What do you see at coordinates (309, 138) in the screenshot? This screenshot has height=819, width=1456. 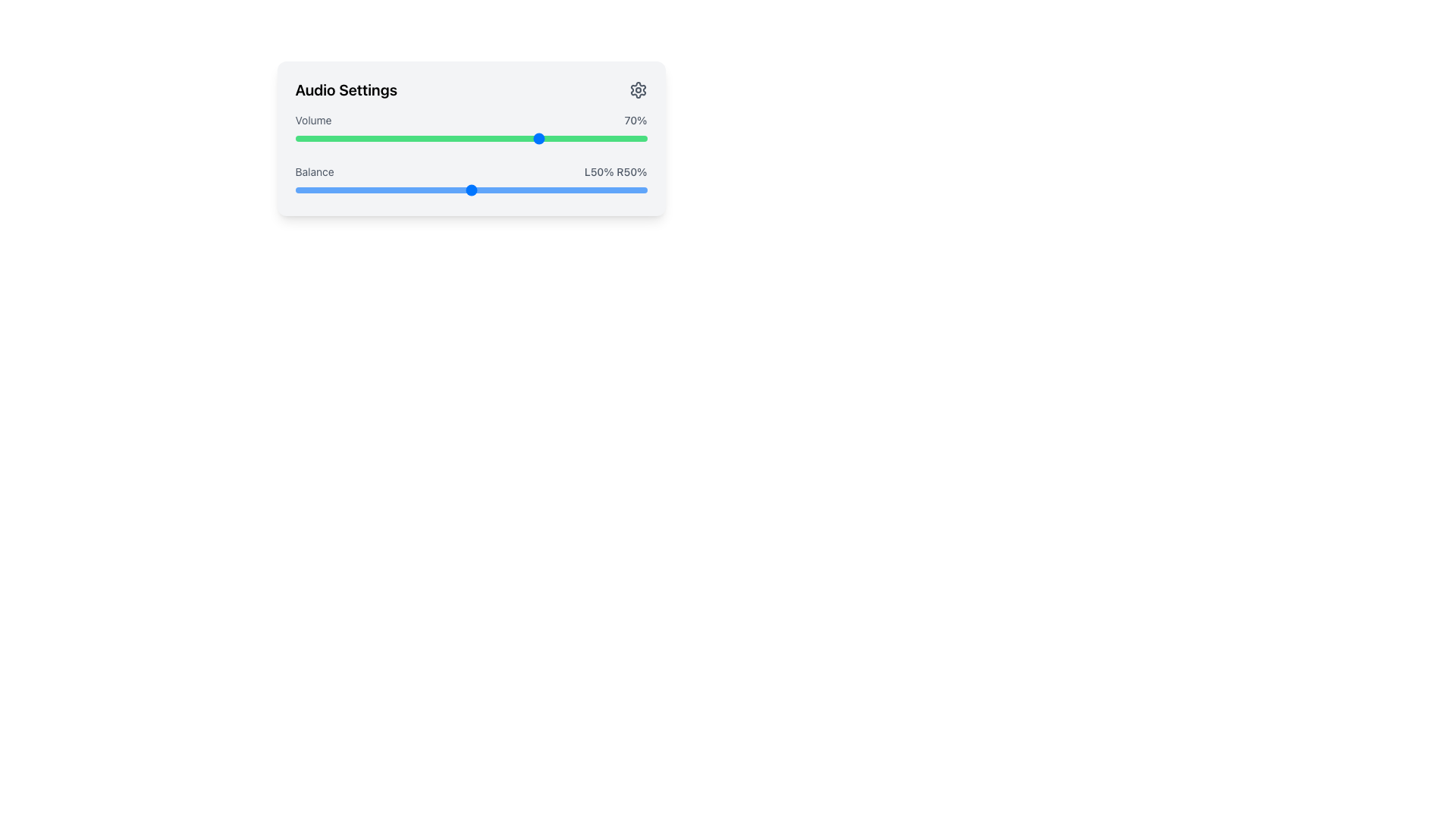 I see `the volume level` at bounding box center [309, 138].